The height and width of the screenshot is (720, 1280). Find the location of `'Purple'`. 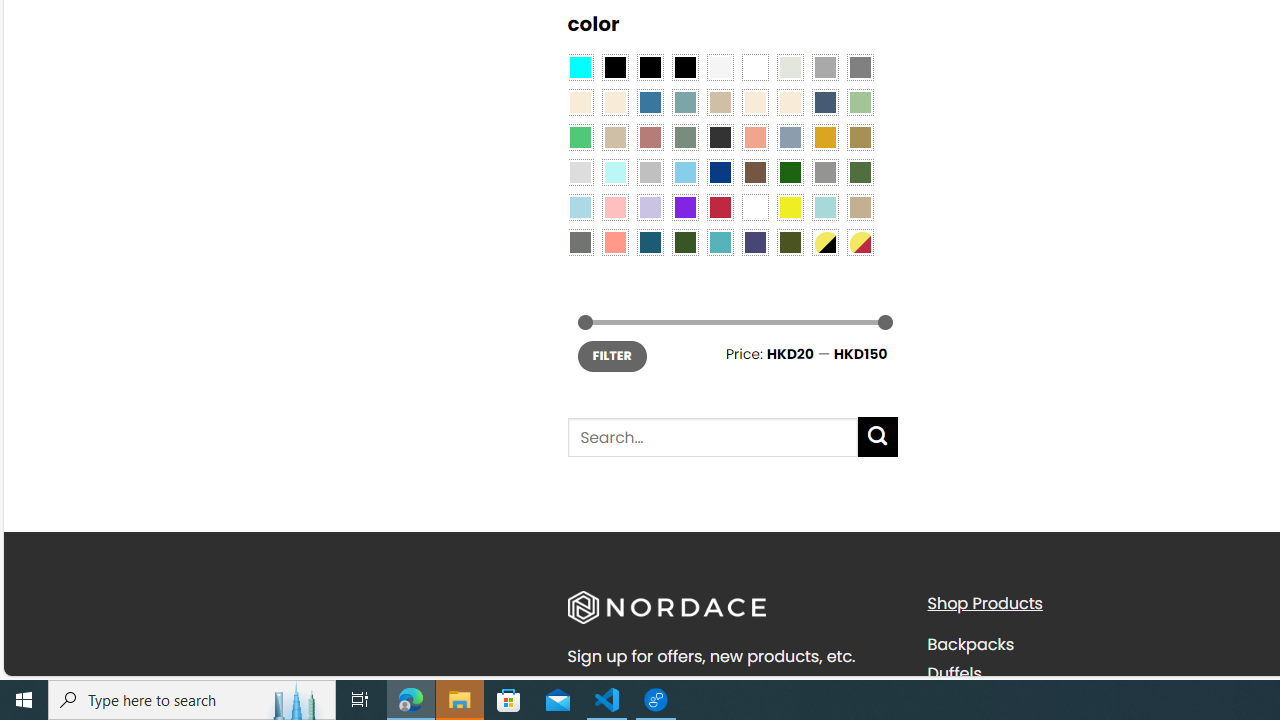

'Purple' is located at coordinates (684, 208).